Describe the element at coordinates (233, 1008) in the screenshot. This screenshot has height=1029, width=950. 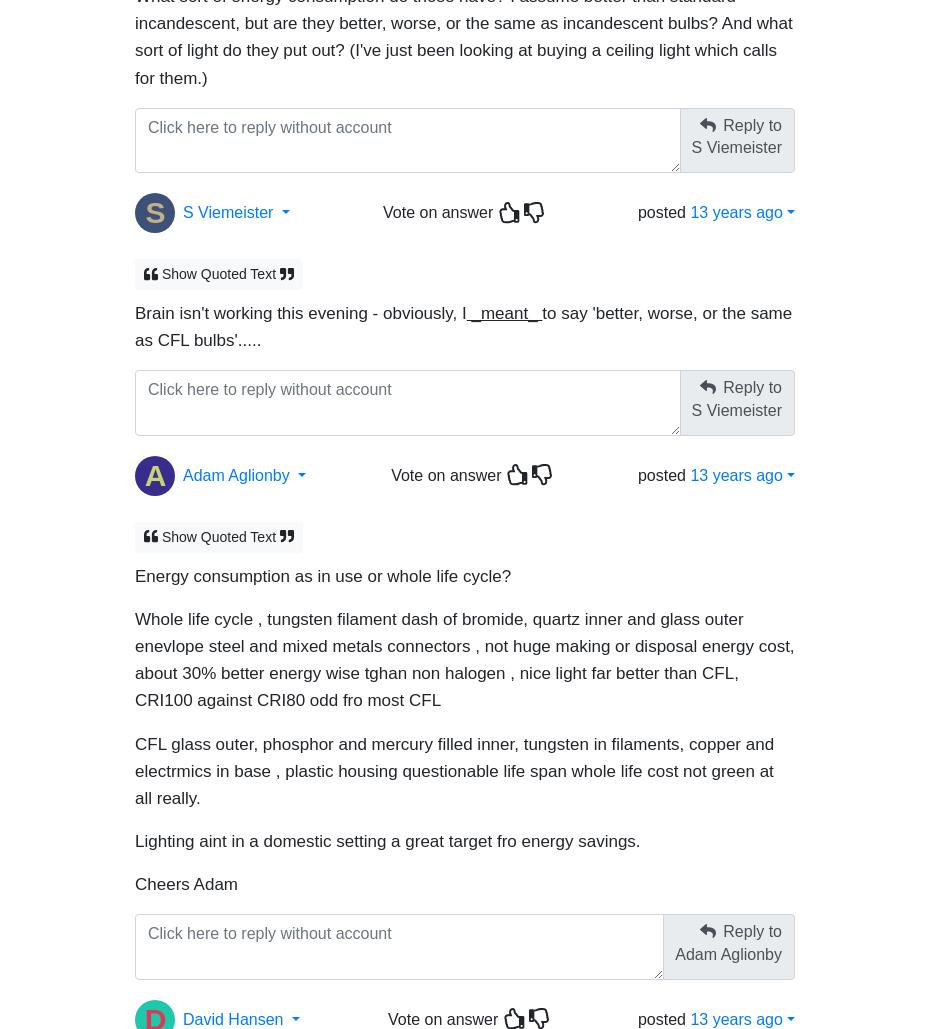
I see `'David Hansen'` at that location.